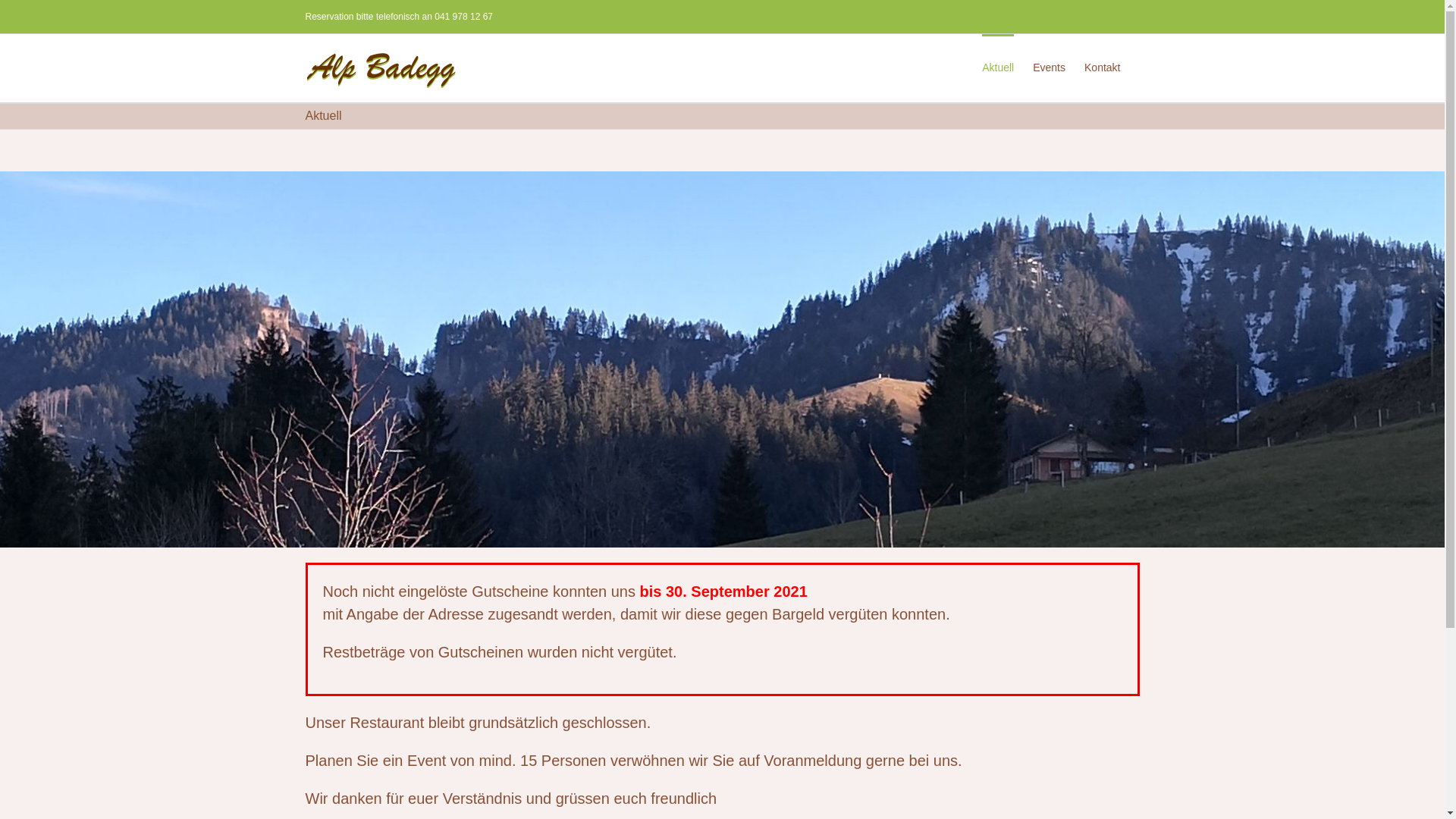  What do you see at coordinates (982, 65) in the screenshot?
I see `'Aktuell'` at bounding box center [982, 65].